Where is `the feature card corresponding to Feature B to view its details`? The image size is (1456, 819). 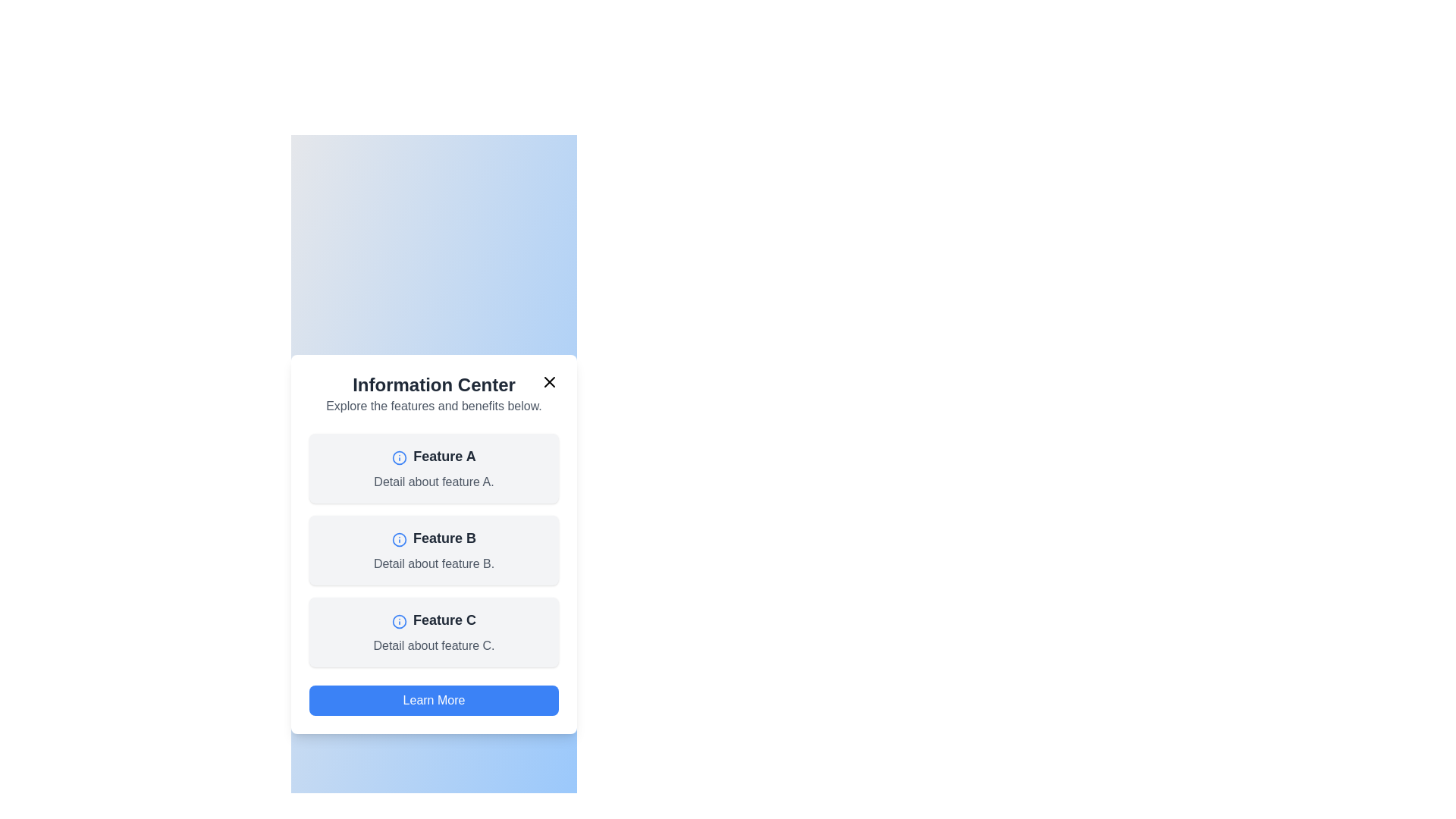
the feature card corresponding to Feature B to view its details is located at coordinates (433, 550).